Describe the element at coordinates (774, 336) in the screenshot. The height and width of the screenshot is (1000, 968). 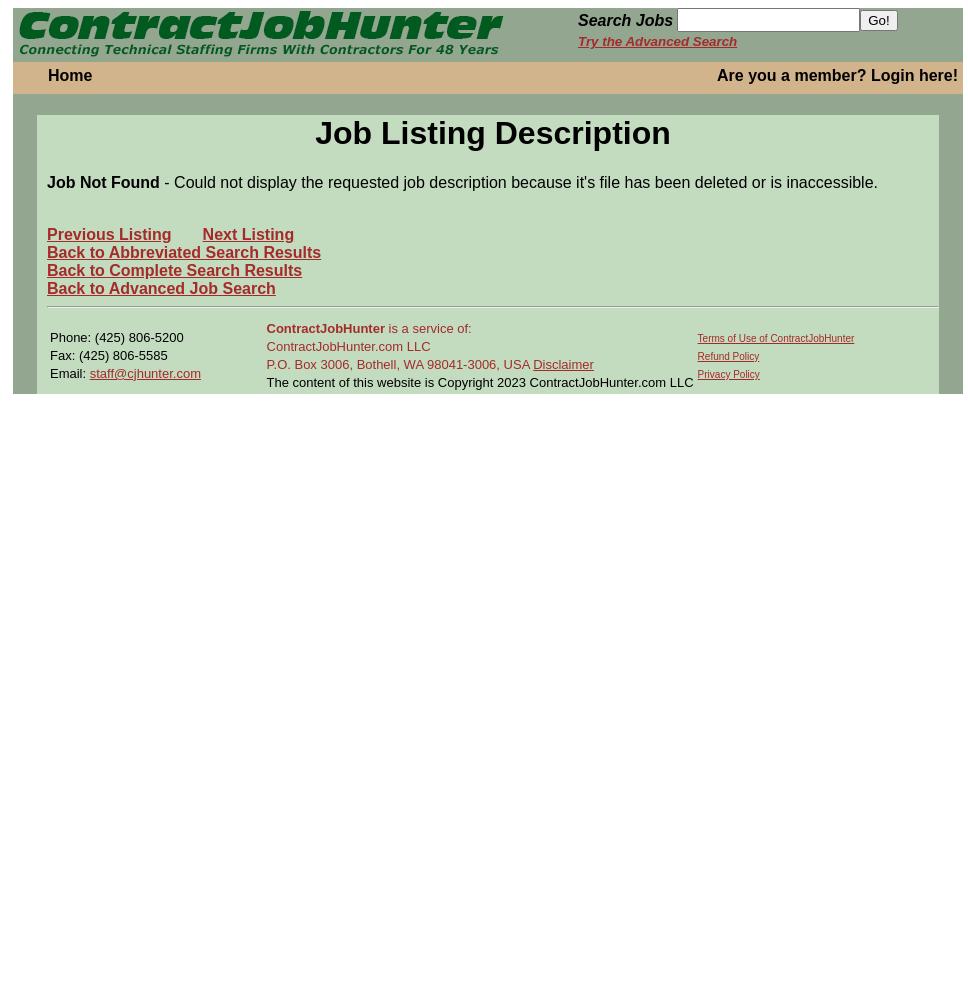
I see `'Terms of Use of ContractJobHunter'` at that location.